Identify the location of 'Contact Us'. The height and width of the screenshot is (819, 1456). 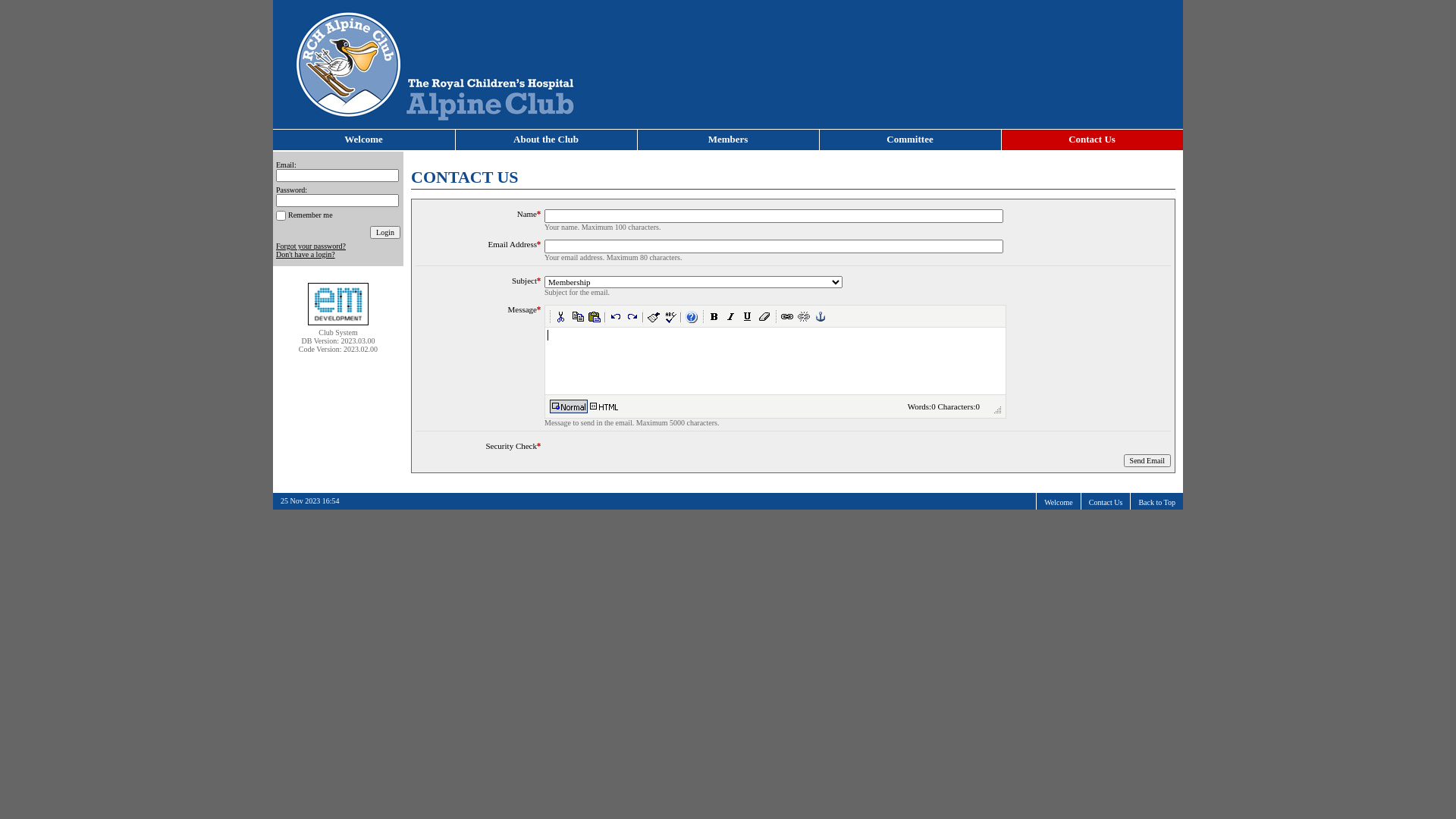
(1092, 140).